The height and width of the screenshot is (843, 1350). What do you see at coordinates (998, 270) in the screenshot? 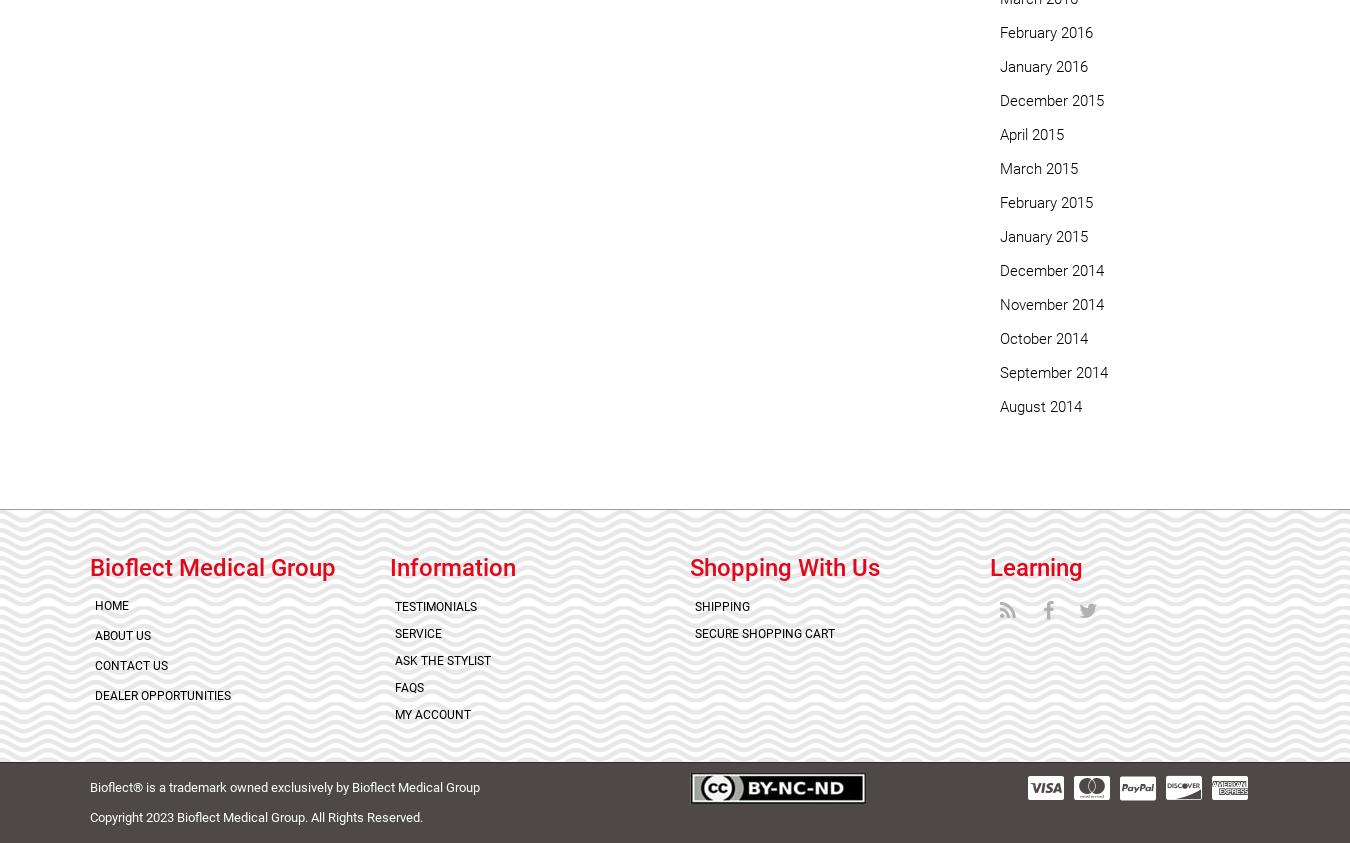
I see `'December 2014'` at bounding box center [998, 270].